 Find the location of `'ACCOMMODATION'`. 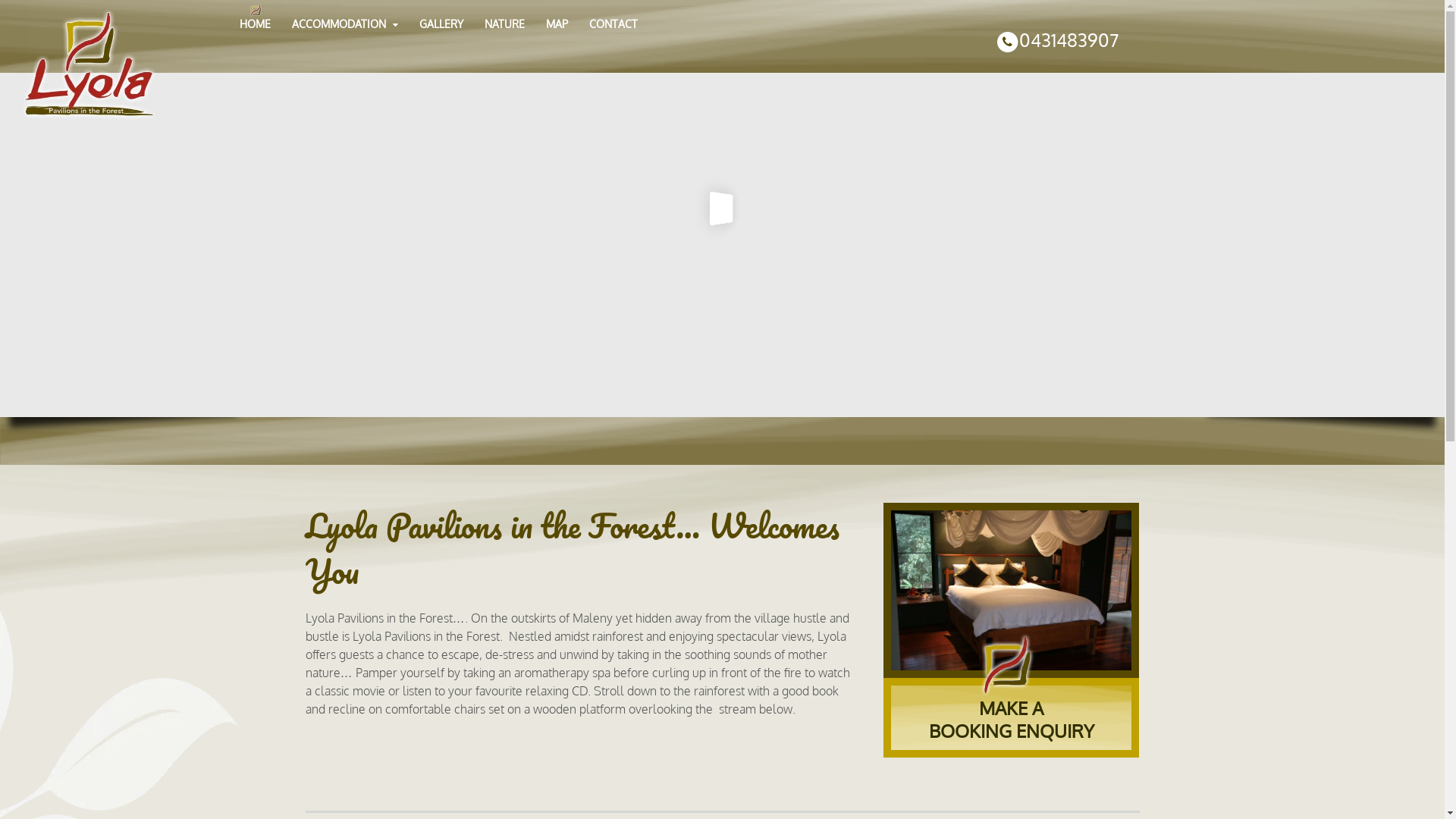

'ACCOMMODATION' is located at coordinates (344, 24).